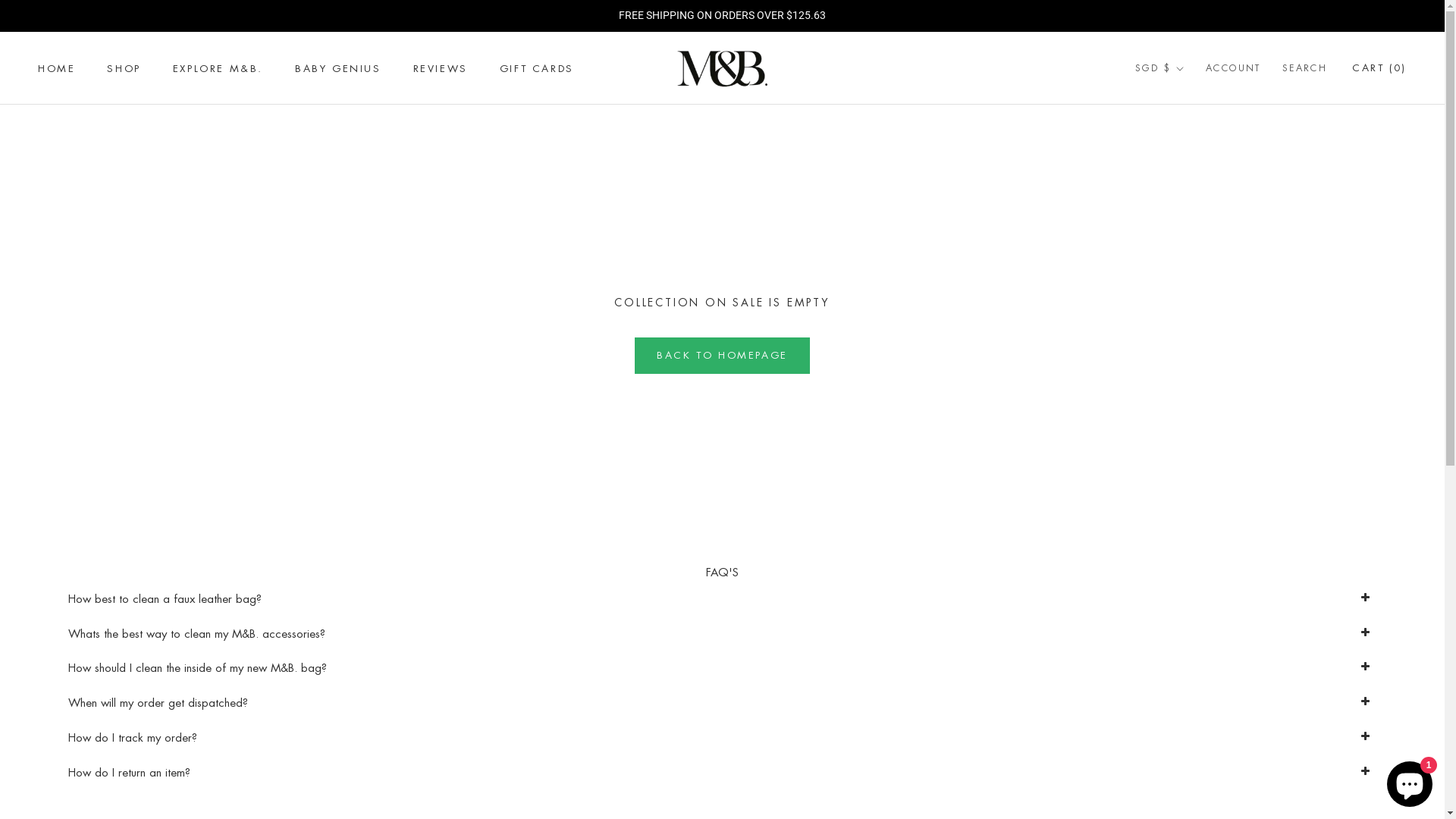 The image size is (1456, 819). I want to click on 'BABY GENIUS', so click(337, 68).